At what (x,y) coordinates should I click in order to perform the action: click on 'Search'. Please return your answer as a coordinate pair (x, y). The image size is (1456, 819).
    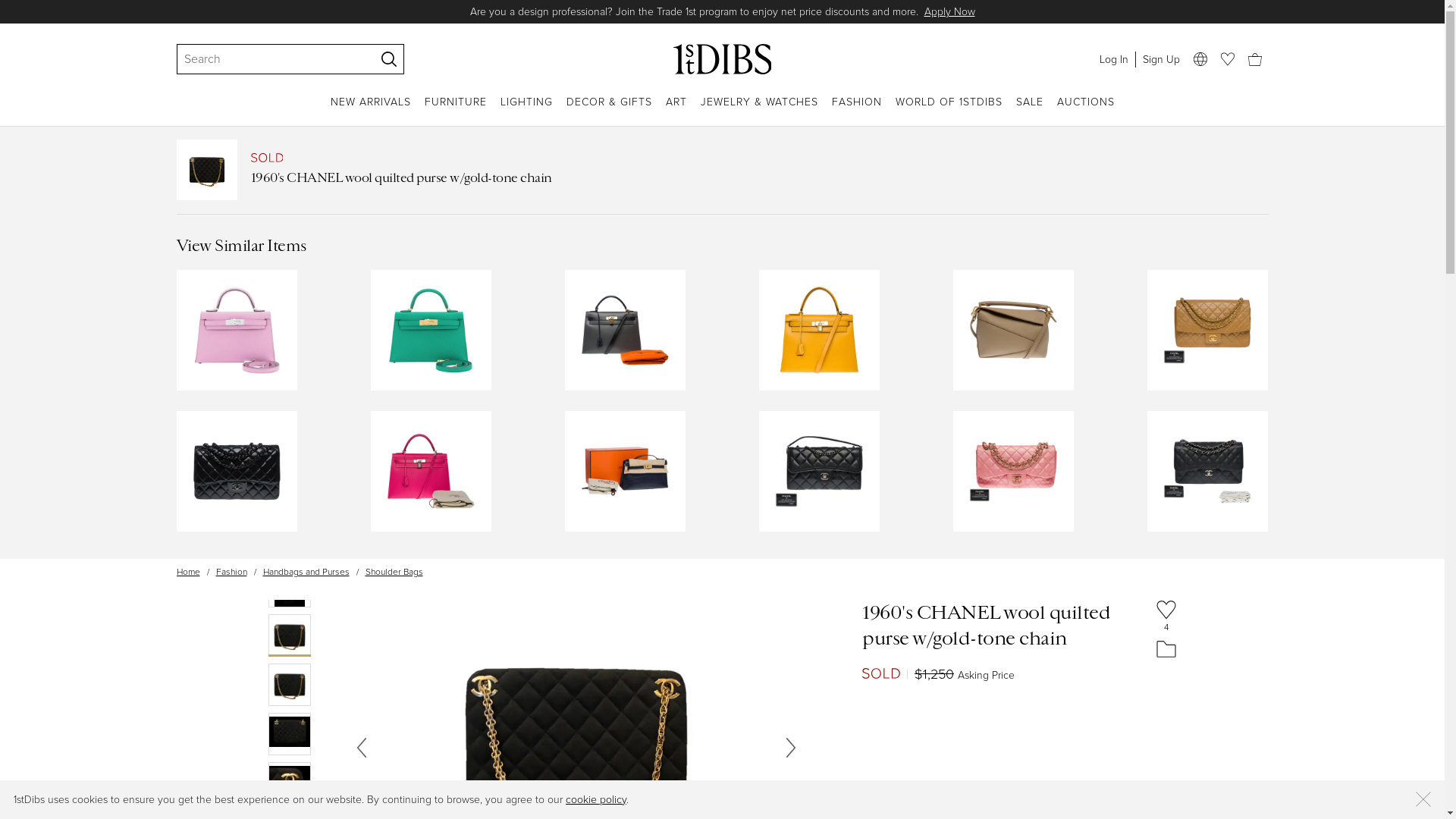
    Looking at the image, I should click on (182, 58).